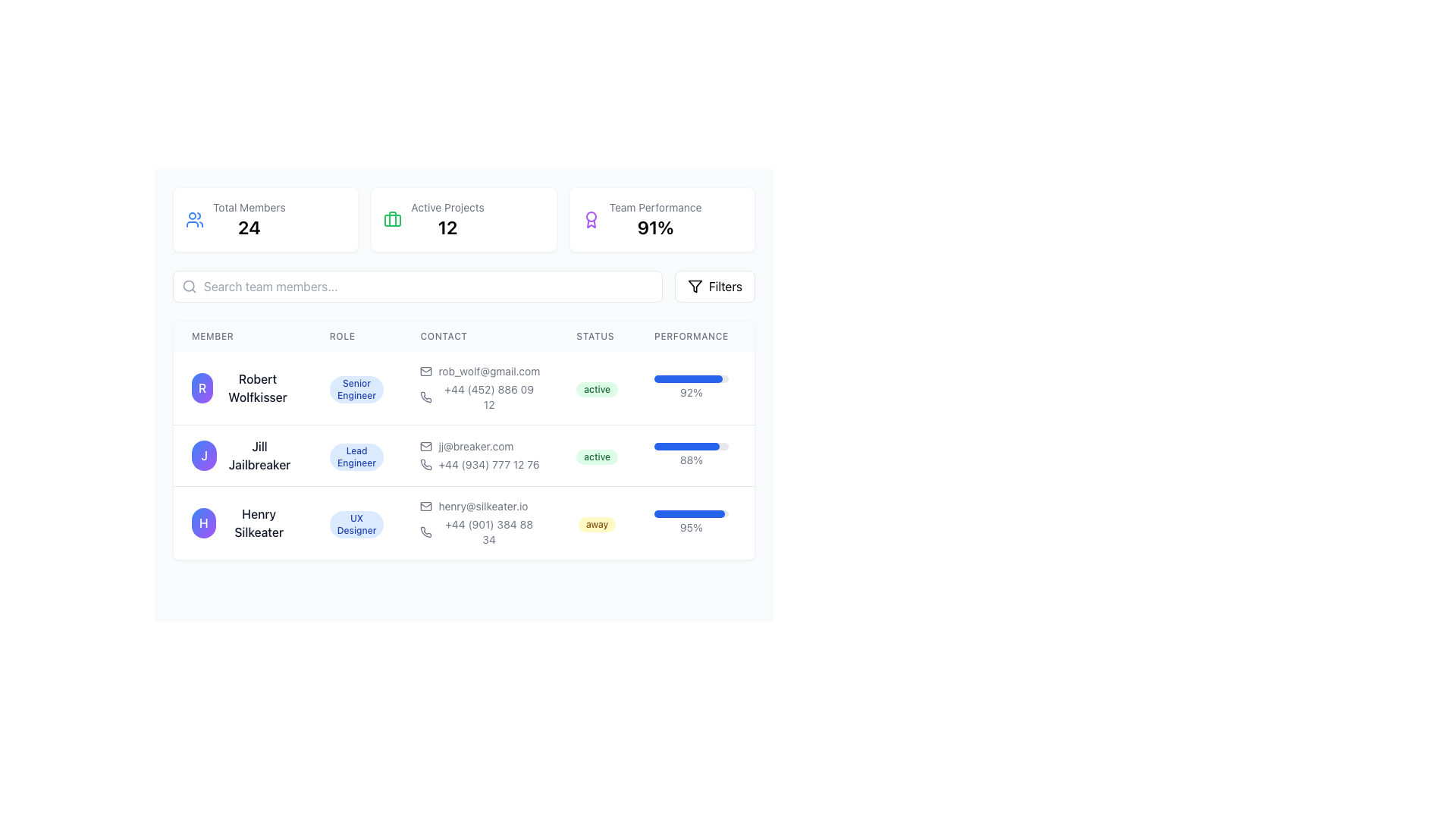 Image resolution: width=1456 pixels, height=819 pixels. I want to click on the small pill-shaped label with green text 'active' on a light green background located in the 'Status' column of the first row, adjacent to the 'Performance' column, so click(596, 388).